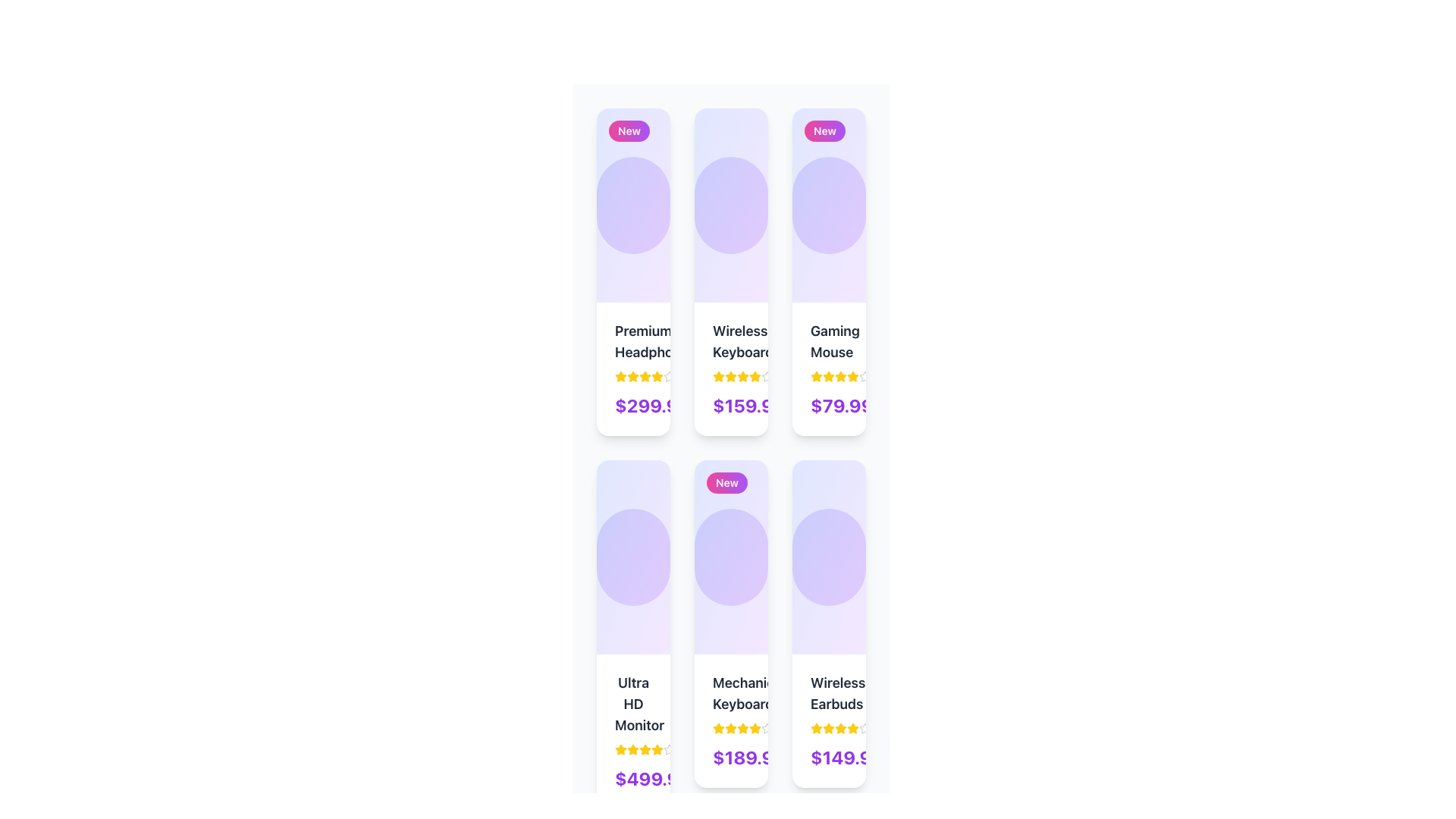 This screenshot has width=1456, height=819. What do you see at coordinates (828, 342) in the screenshot?
I see `the product title text label located on the third card in the top row of the grid layout, positioned near the top-center of the card, above the rating stars and price tag` at bounding box center [828, 342].